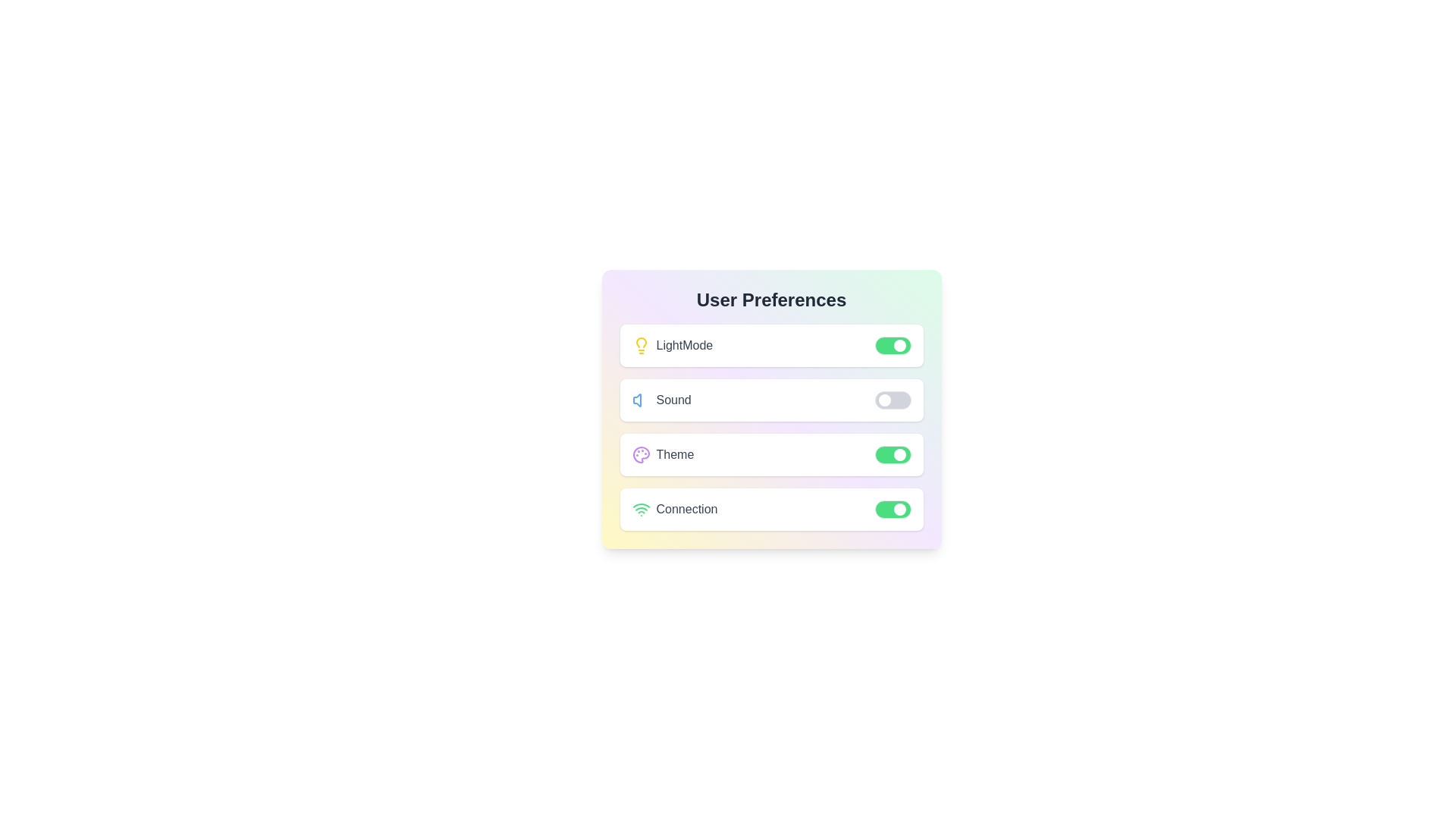  Describe the element at coordinates (899, 345) in the screenshot. I see `the thumb of the toggle switch located in the top row of the 'User Preferences' panel, aligned with the 'LightMode' label` at that location.